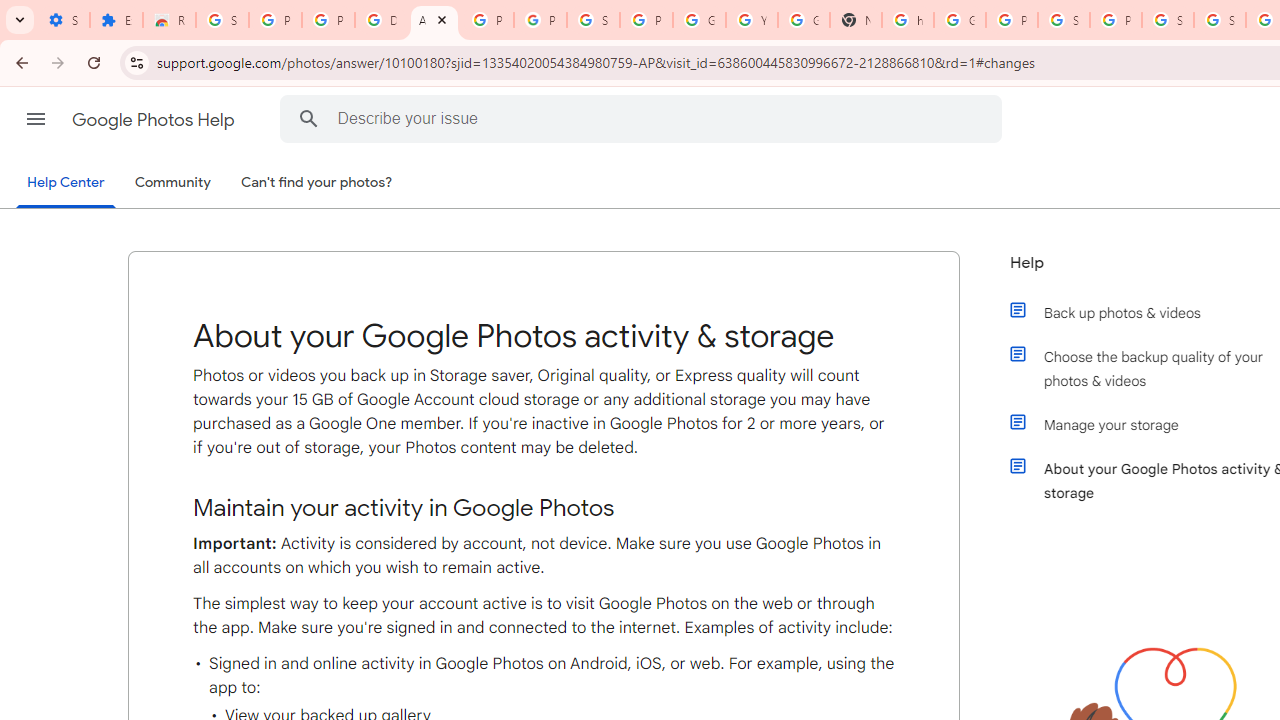 This screenshot has width=1280, height=720. Describe the element at coordinates (154, 119) in the screenshot. I see `'Google Photos Help'` at that location.